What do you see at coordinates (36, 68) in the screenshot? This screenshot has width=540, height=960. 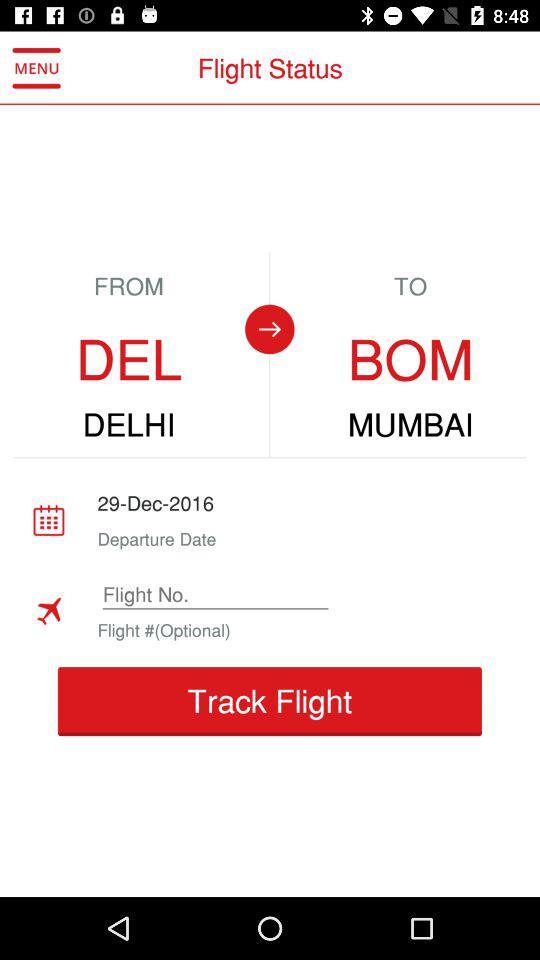 I see `the icon to the left of the flight status item` at bounding box center [36, 68].